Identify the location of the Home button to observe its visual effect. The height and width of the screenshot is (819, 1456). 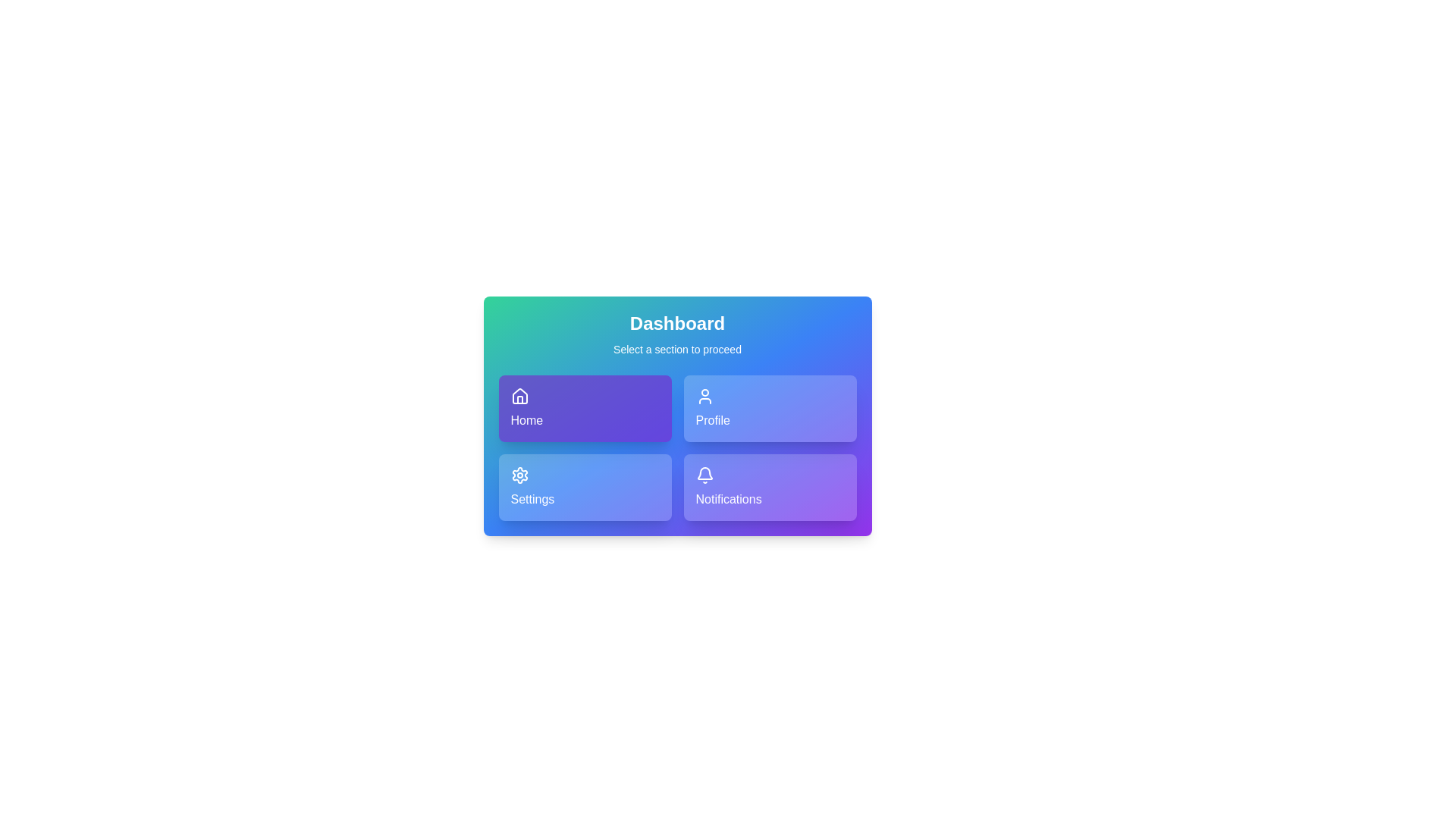
(584, 408).